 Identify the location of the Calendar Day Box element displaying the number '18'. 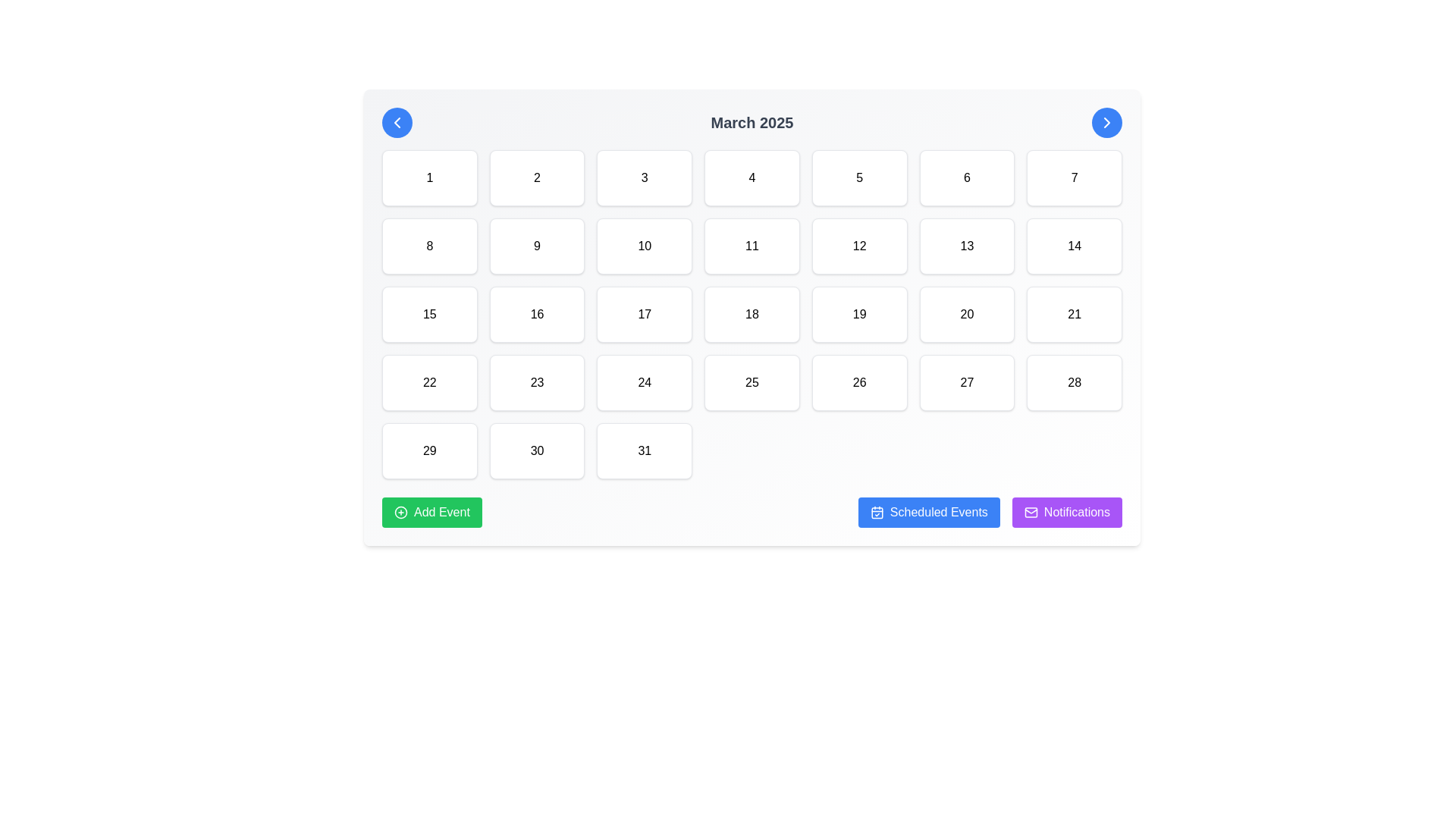
(752, 314).